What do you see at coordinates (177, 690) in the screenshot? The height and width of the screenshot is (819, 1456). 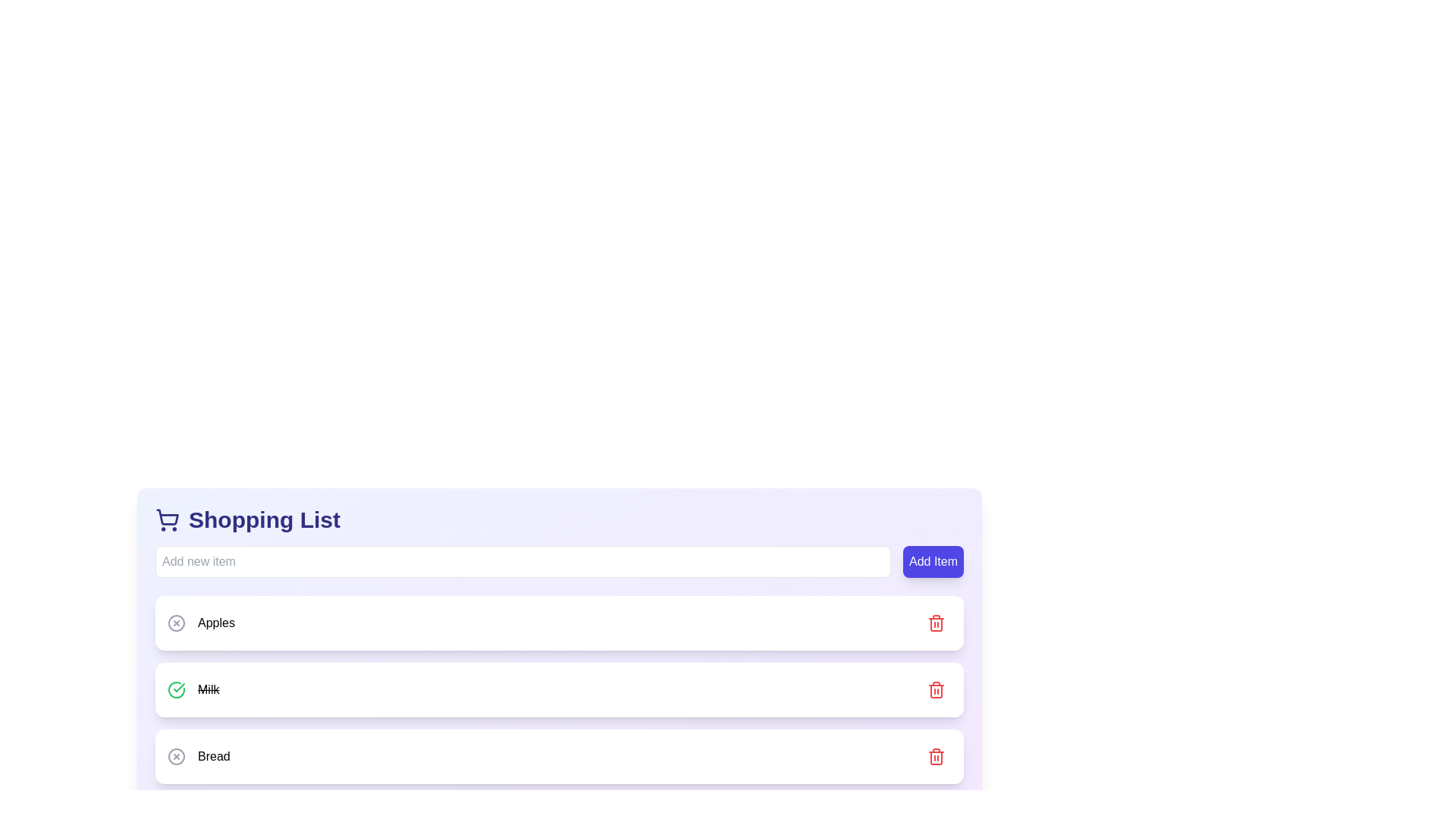 I see `the circular green checkmark icon located to the far left of the strikethrough text 'Milk' in the second list item of the shopping list interface to interact with it, possibly toggling its state` at bounding box center [177, 690].